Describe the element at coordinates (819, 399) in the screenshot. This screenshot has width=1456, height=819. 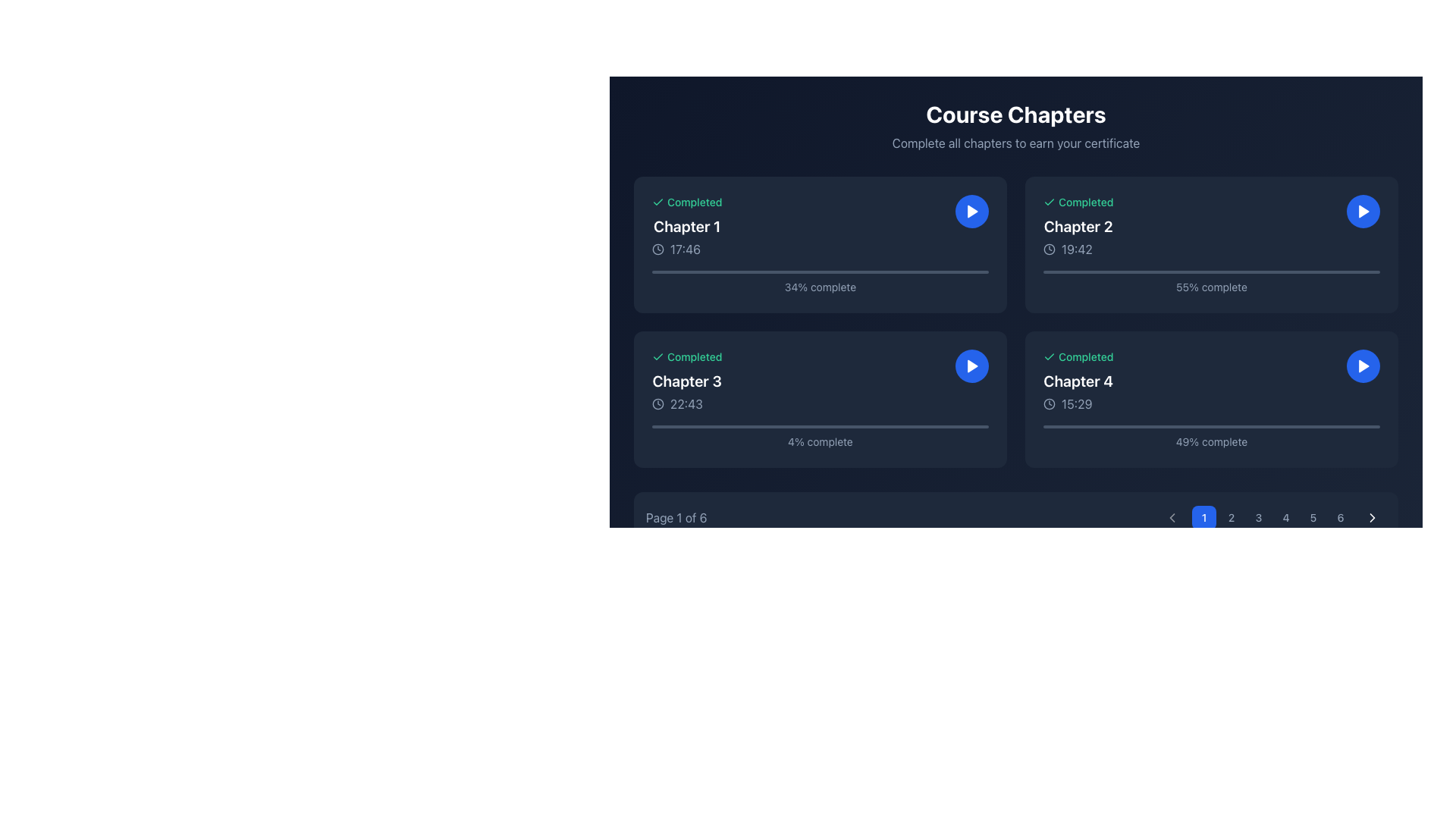
I see `the progress indicator on the Informational card labeled 'Completed', which is located in the lower-left quadrant of the grid layout` at that location.